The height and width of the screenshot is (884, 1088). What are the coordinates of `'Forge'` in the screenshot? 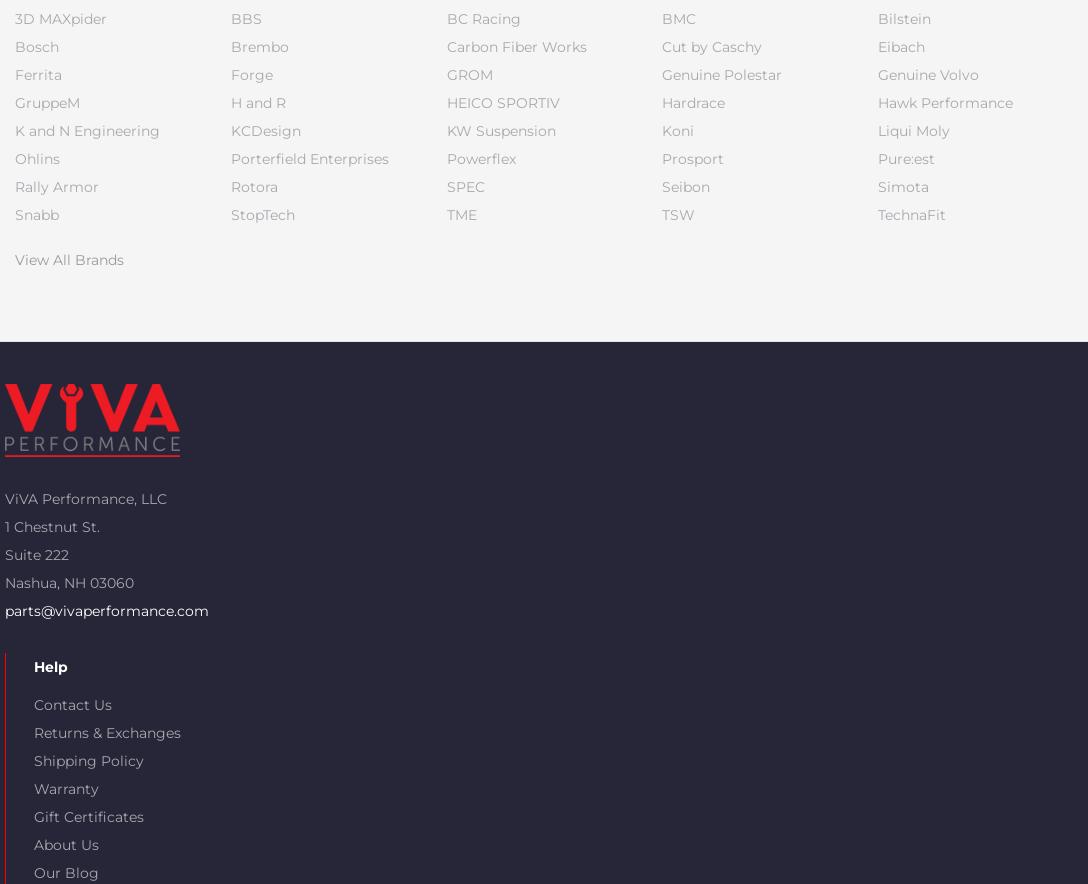 It's located at (250, 74).